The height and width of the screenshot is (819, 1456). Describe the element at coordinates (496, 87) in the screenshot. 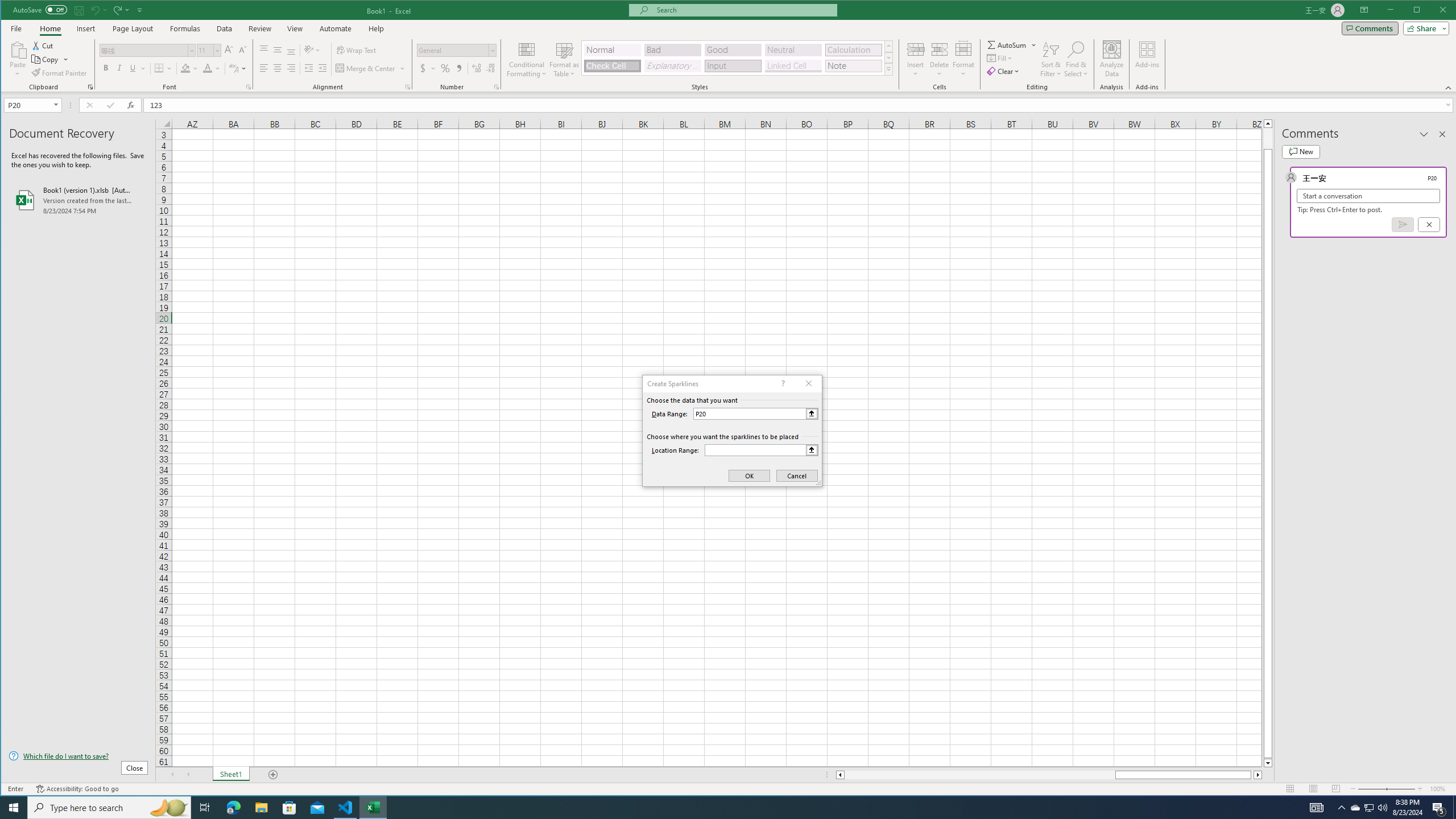

I see `'Format Cell Number'` at that location.